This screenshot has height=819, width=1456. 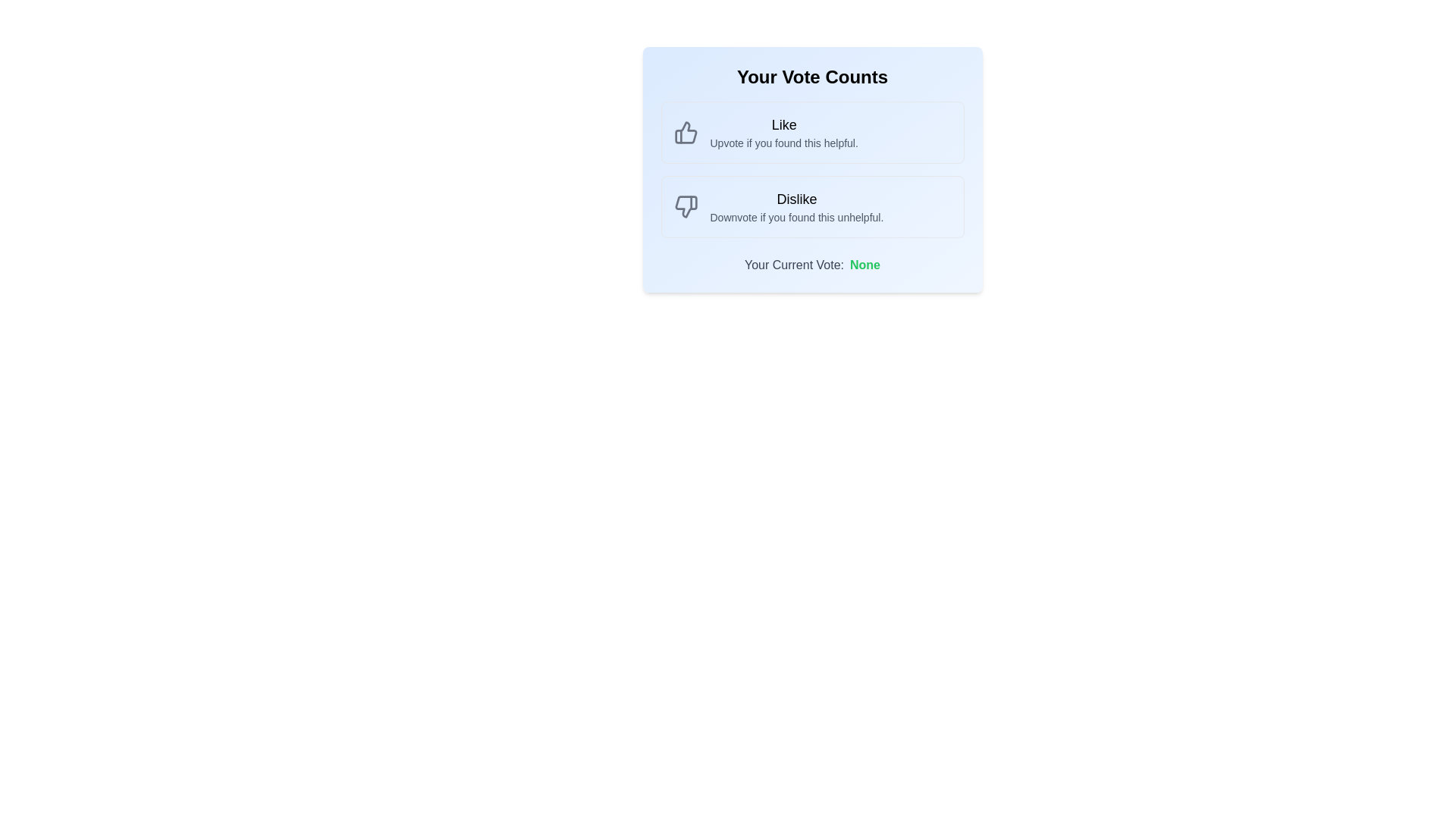 I want to click on the 'Like' text label indicating the option to like content, located at the top of the voting card structure, so click(x=784, y=124).